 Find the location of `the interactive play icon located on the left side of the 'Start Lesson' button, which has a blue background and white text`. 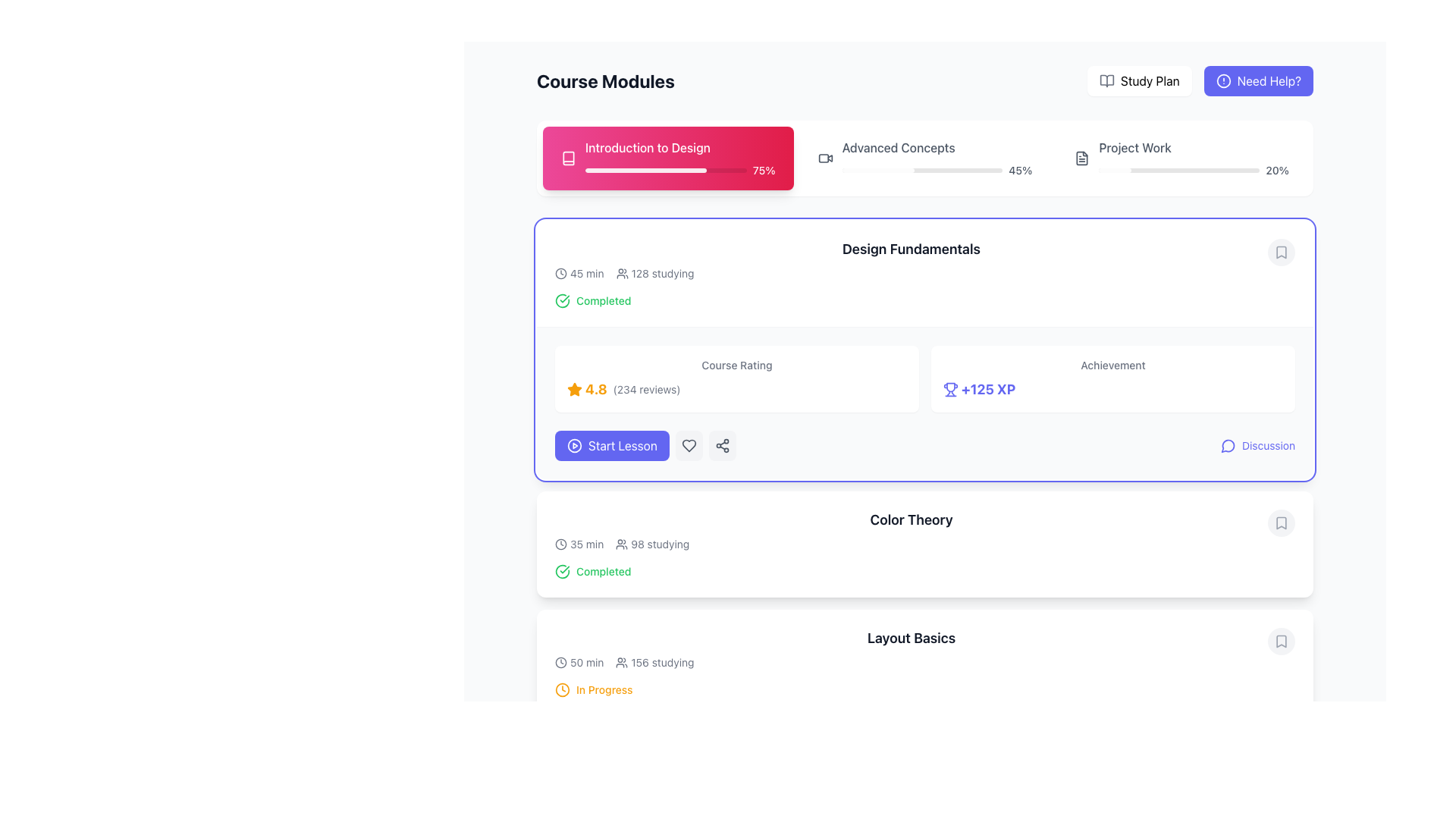

the interactive play icon located on the left side of the 'Start Lesson' button, which has a blue background and white text is located at coordinates (574, 444).